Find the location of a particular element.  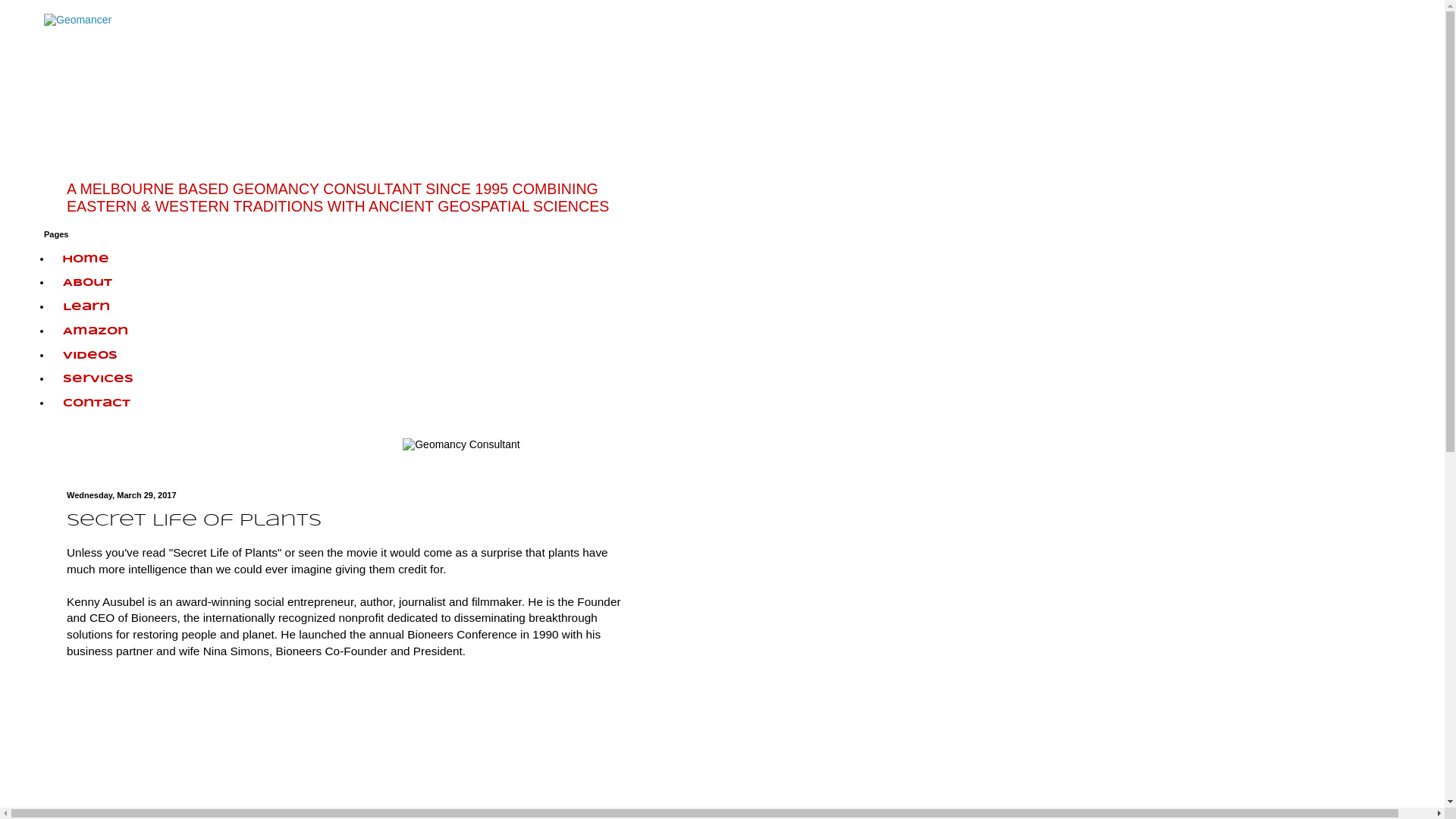

'Contact' is located at coordinates (96, 403).